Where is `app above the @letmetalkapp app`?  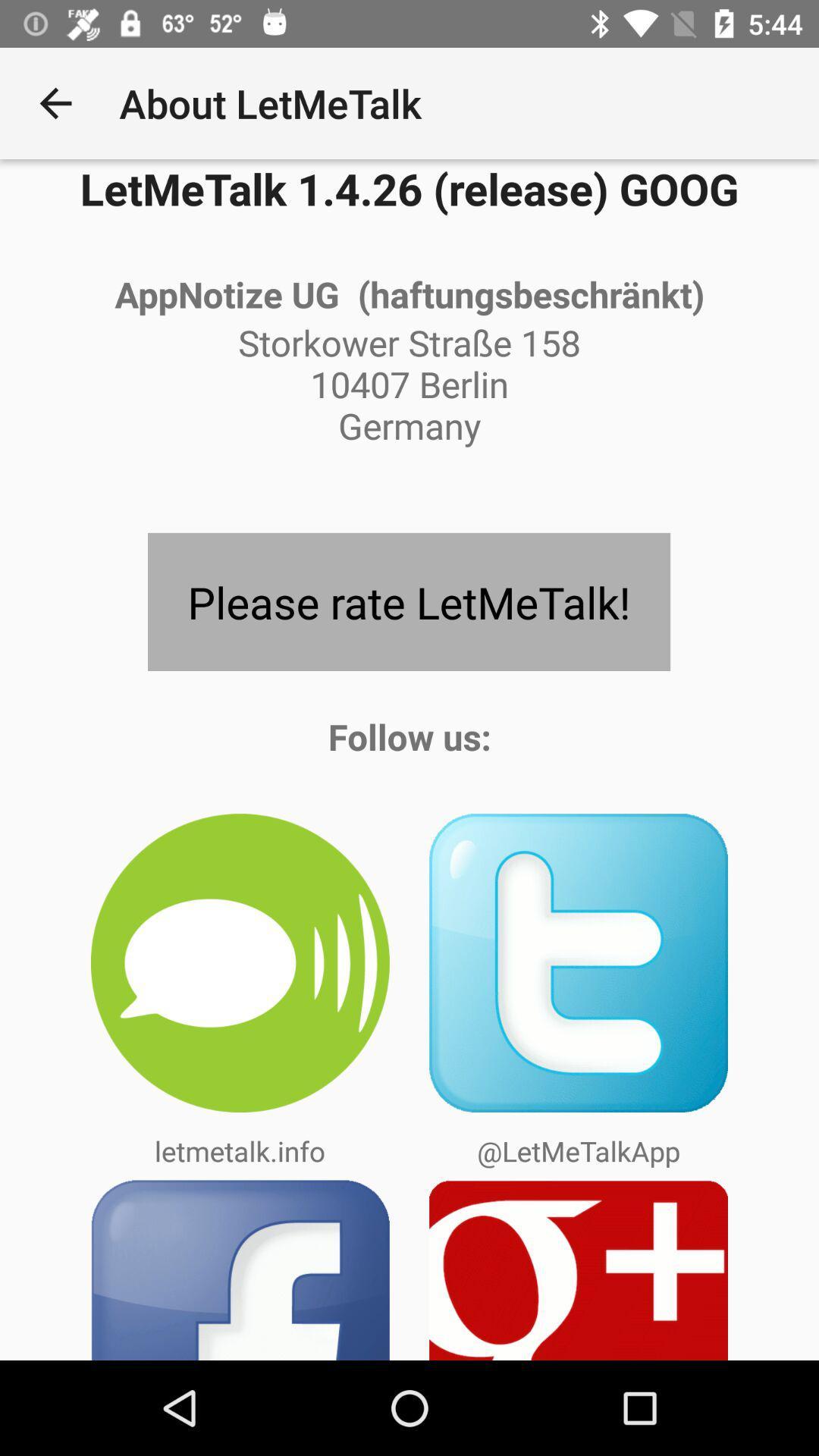 app above the @letmetalkapp app is located at coordinates (579, 962).